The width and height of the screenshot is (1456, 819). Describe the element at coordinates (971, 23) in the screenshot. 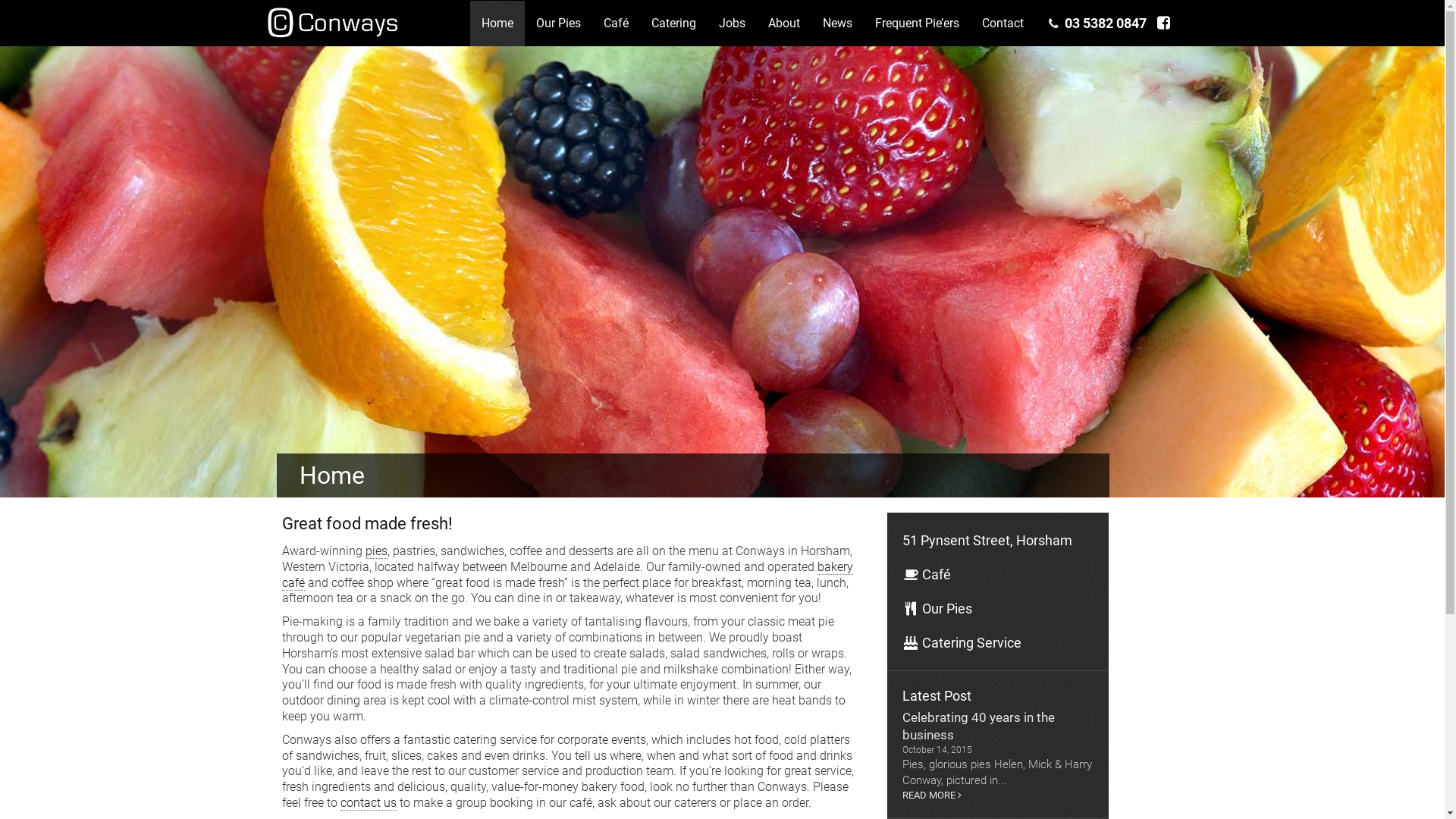

I see `'Contact'` at that location.